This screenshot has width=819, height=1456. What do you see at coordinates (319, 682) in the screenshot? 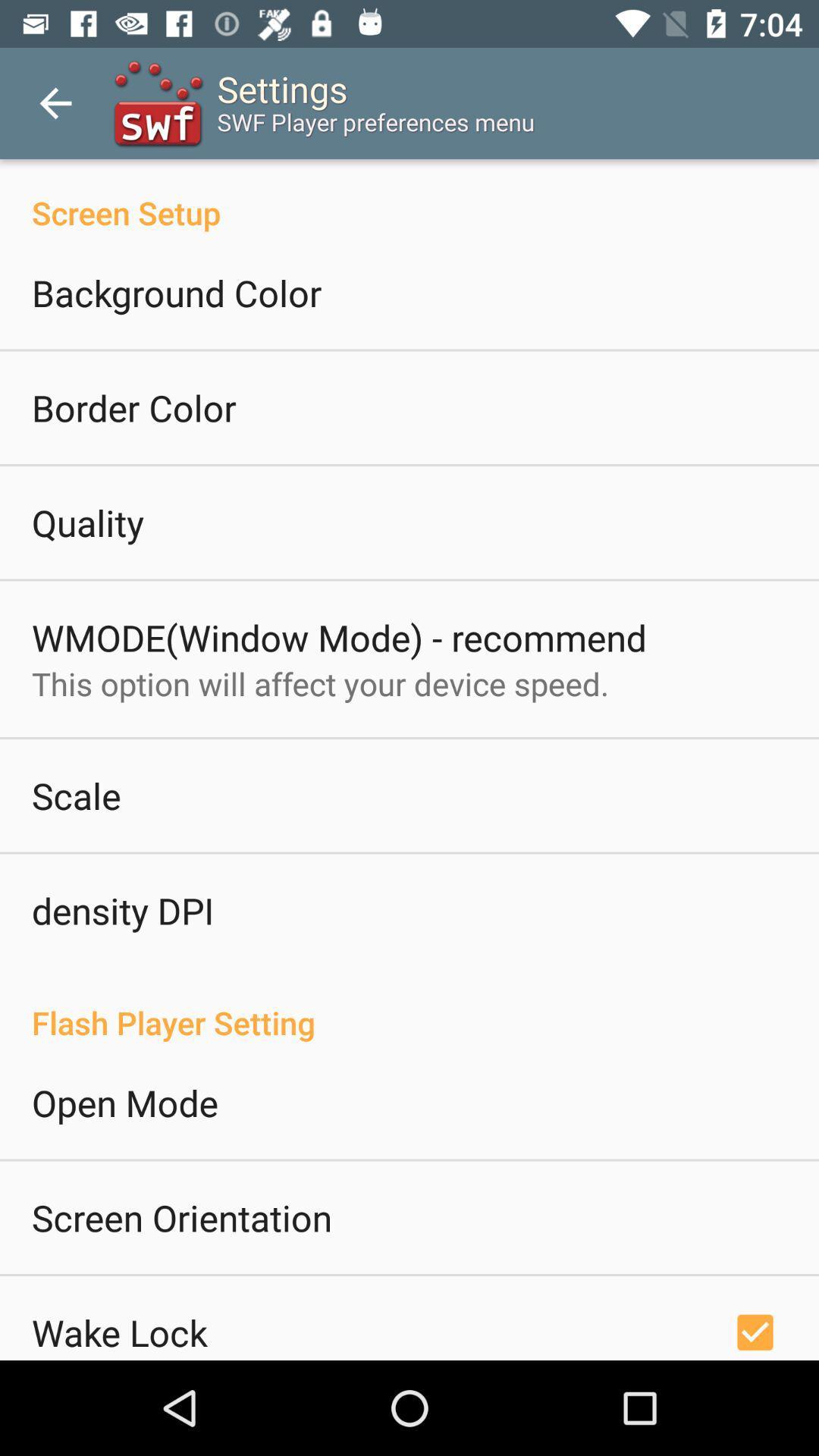
I see `the icon above scale` at bounding box center [319, 682].